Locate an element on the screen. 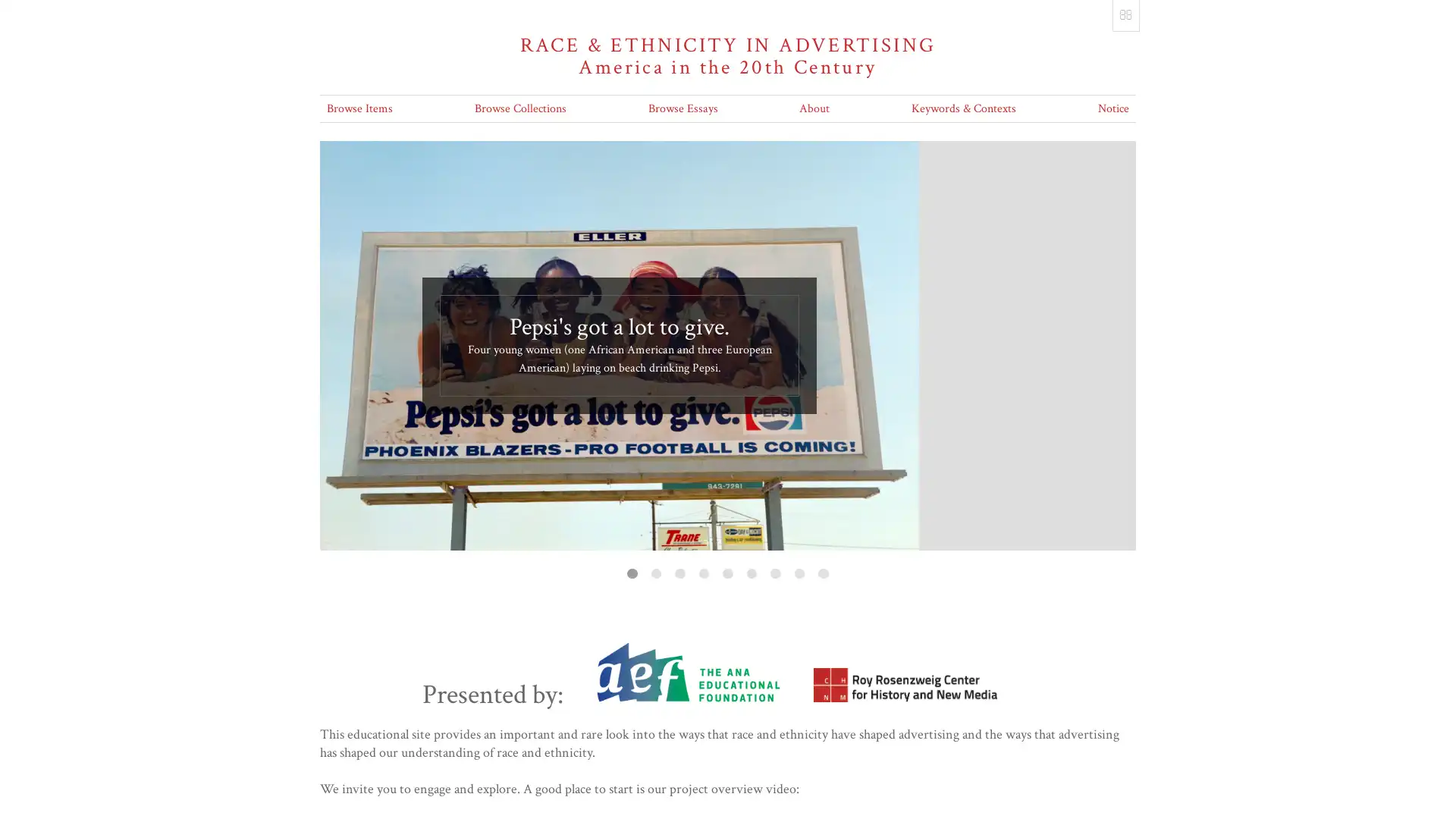 Image resolution: width=1456 pixels, height=819 pixels. 9 is located at coordinates (822, 573).